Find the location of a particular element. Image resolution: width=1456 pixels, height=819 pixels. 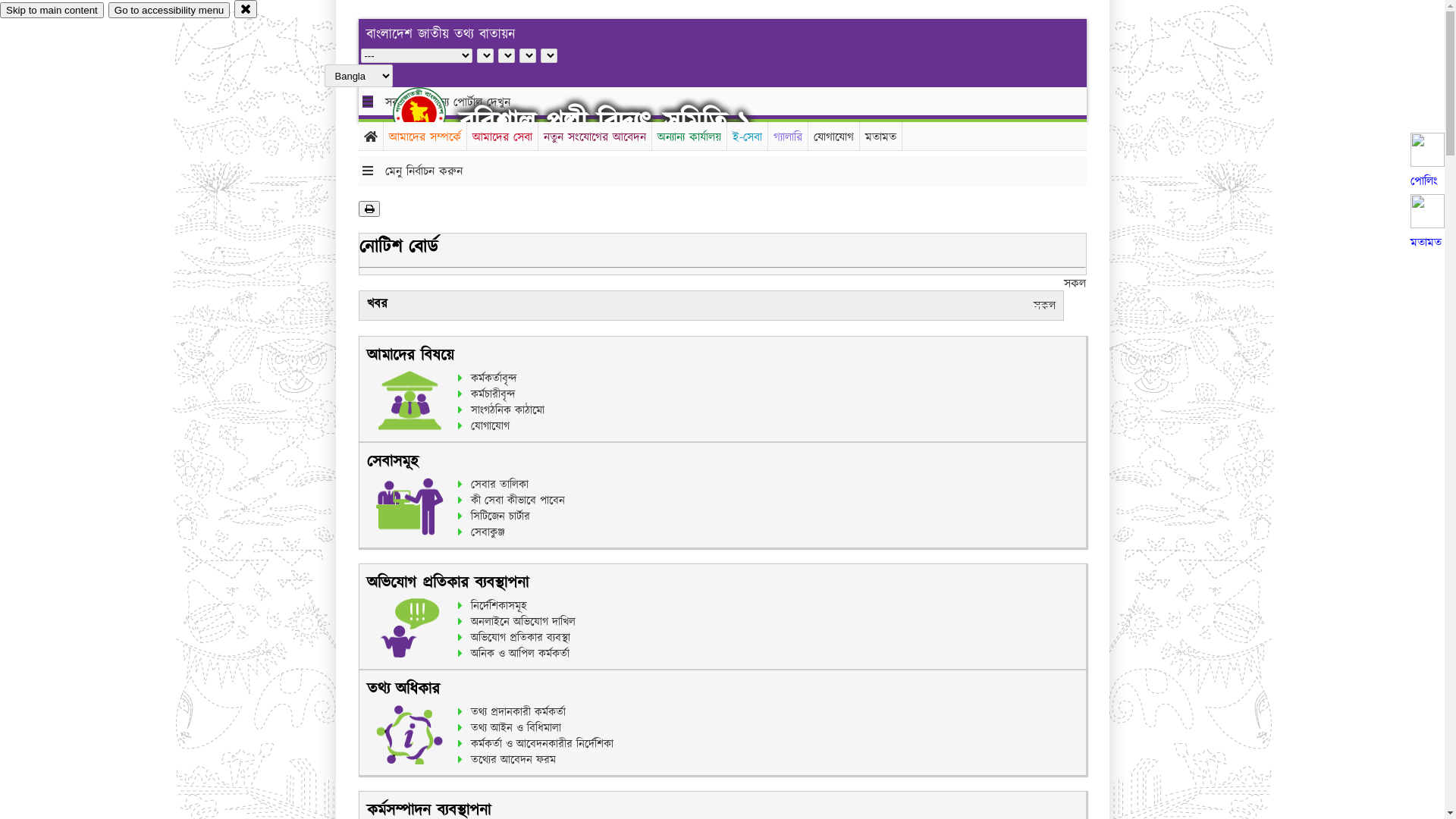

'Skip to main content' is located at coordinates (0, 10).